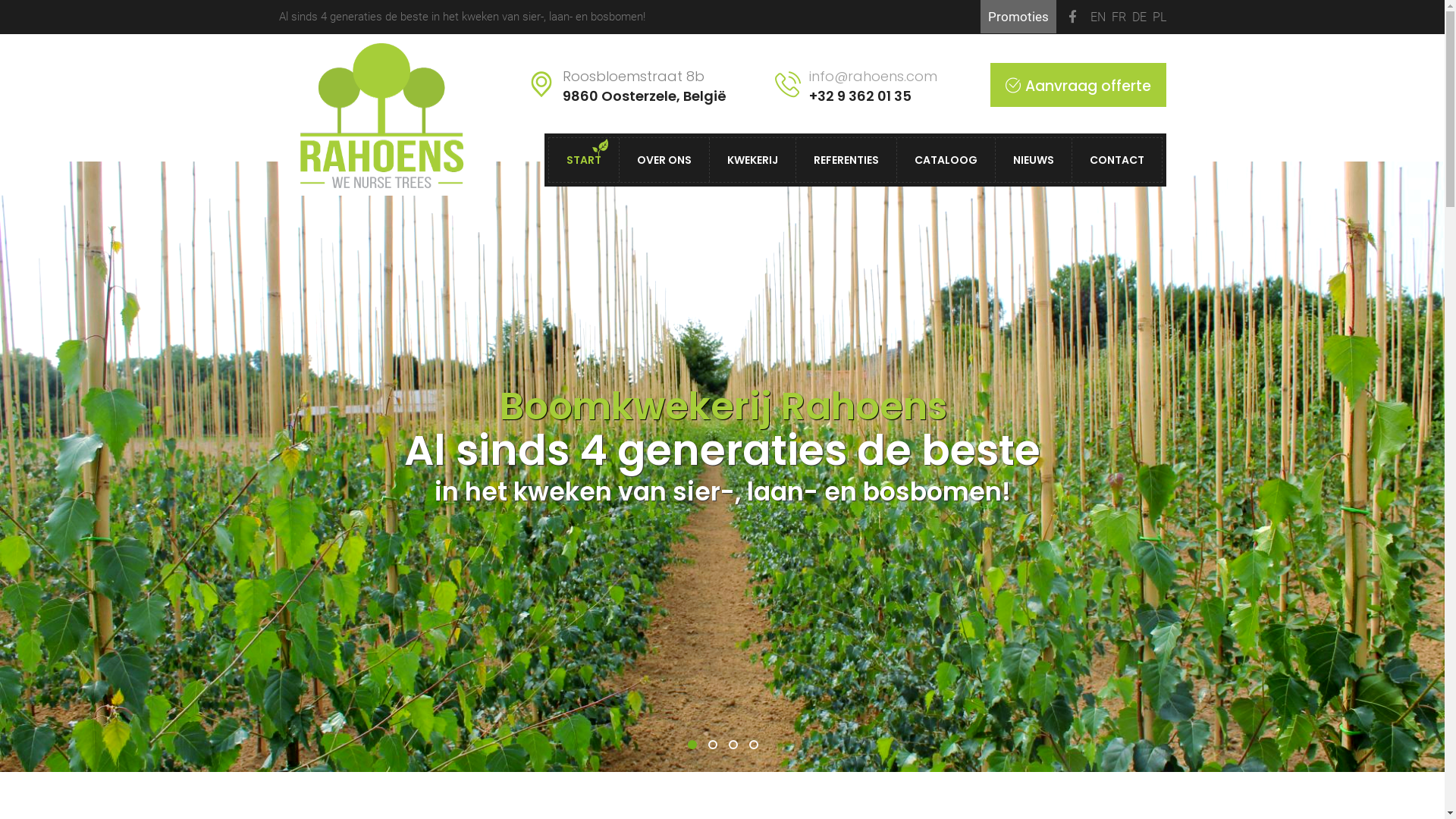 This screenshot has height=819, width=1456. I want to click on 'FR', so click(1119, 17).